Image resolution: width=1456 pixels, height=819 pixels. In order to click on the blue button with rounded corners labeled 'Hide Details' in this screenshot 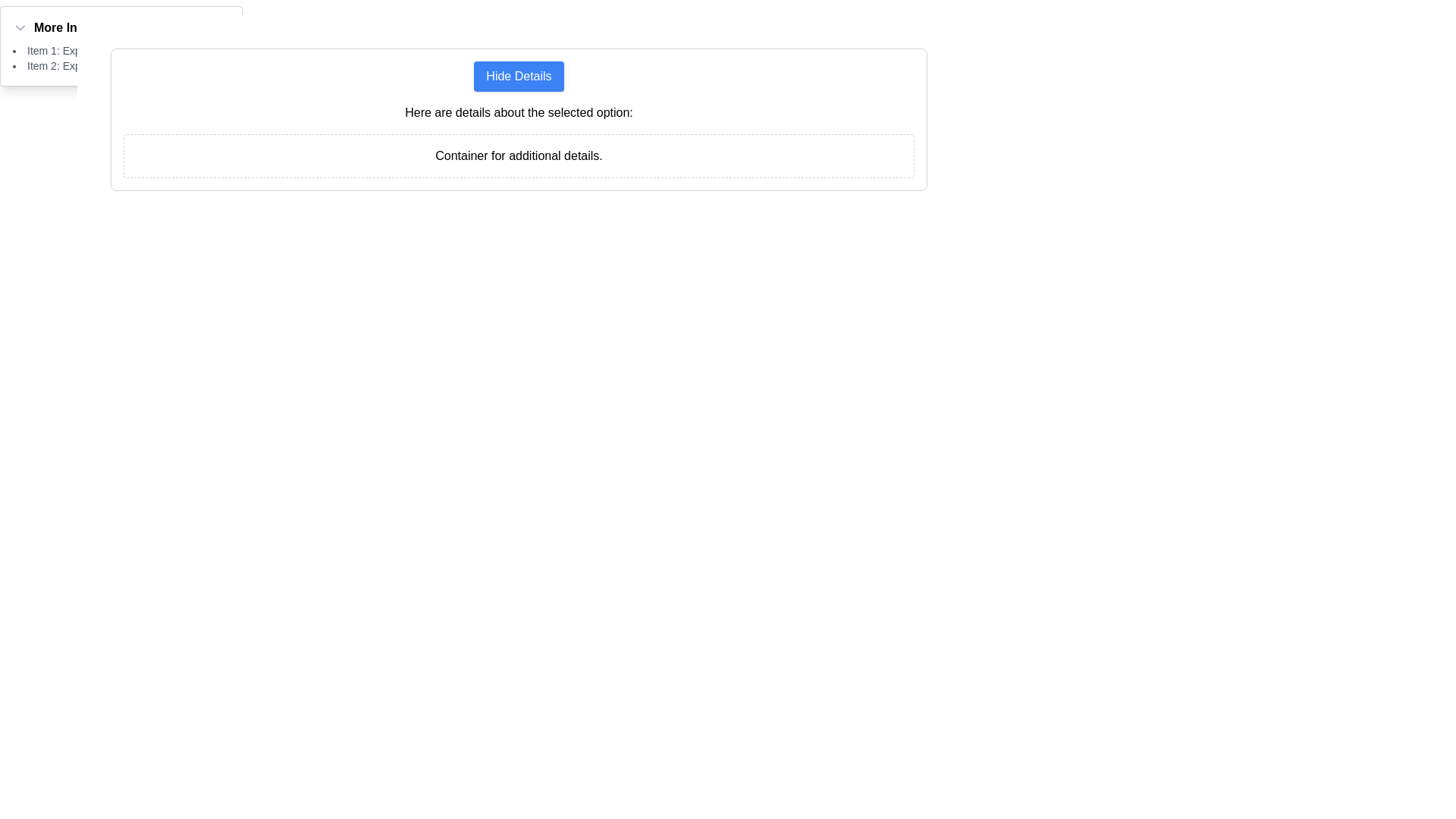, I will do `click(519, 76)`.